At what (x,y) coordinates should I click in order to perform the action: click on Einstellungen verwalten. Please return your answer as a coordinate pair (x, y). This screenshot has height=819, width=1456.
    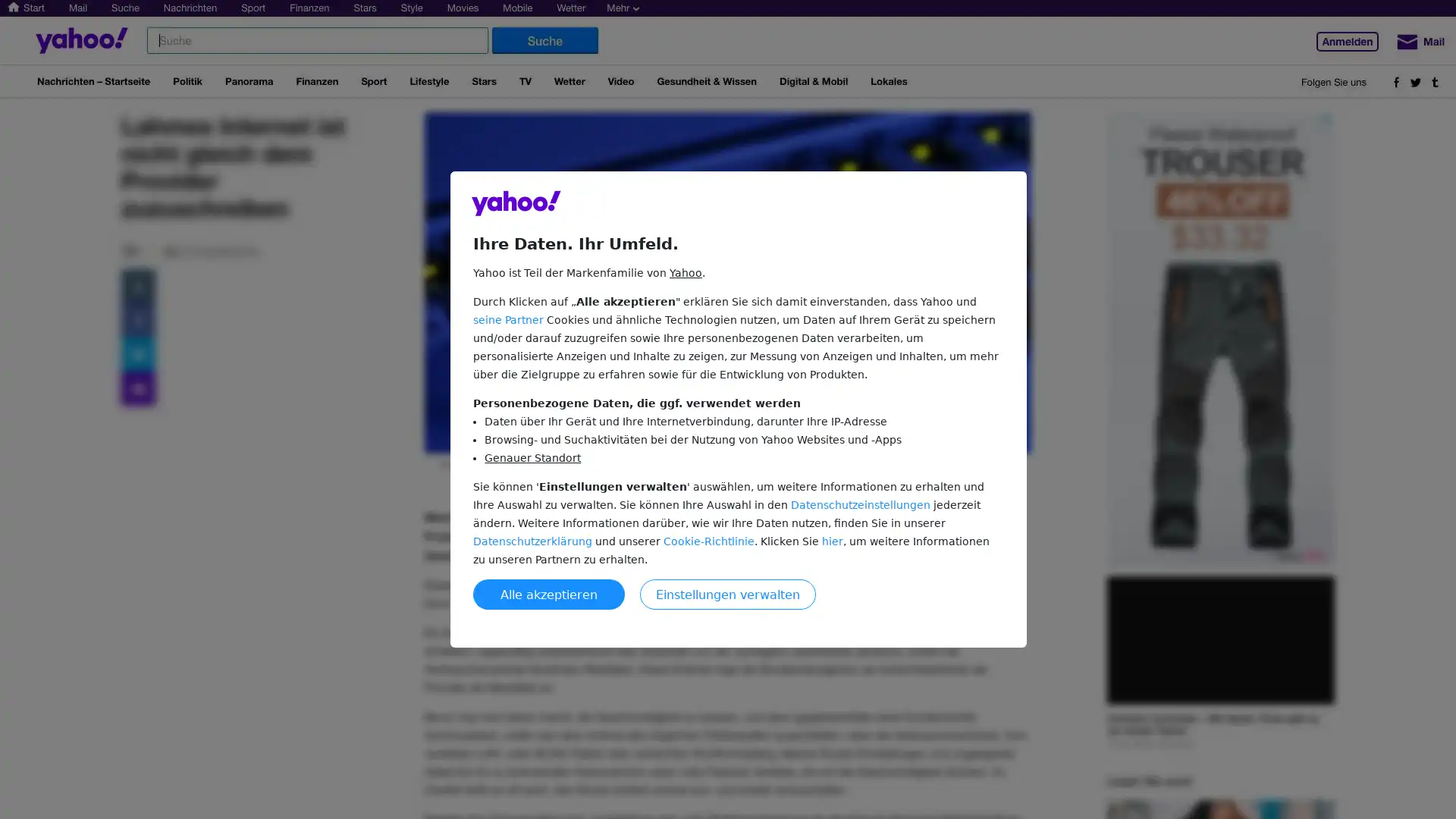
    Looking at the image, I should click on (728, 593).